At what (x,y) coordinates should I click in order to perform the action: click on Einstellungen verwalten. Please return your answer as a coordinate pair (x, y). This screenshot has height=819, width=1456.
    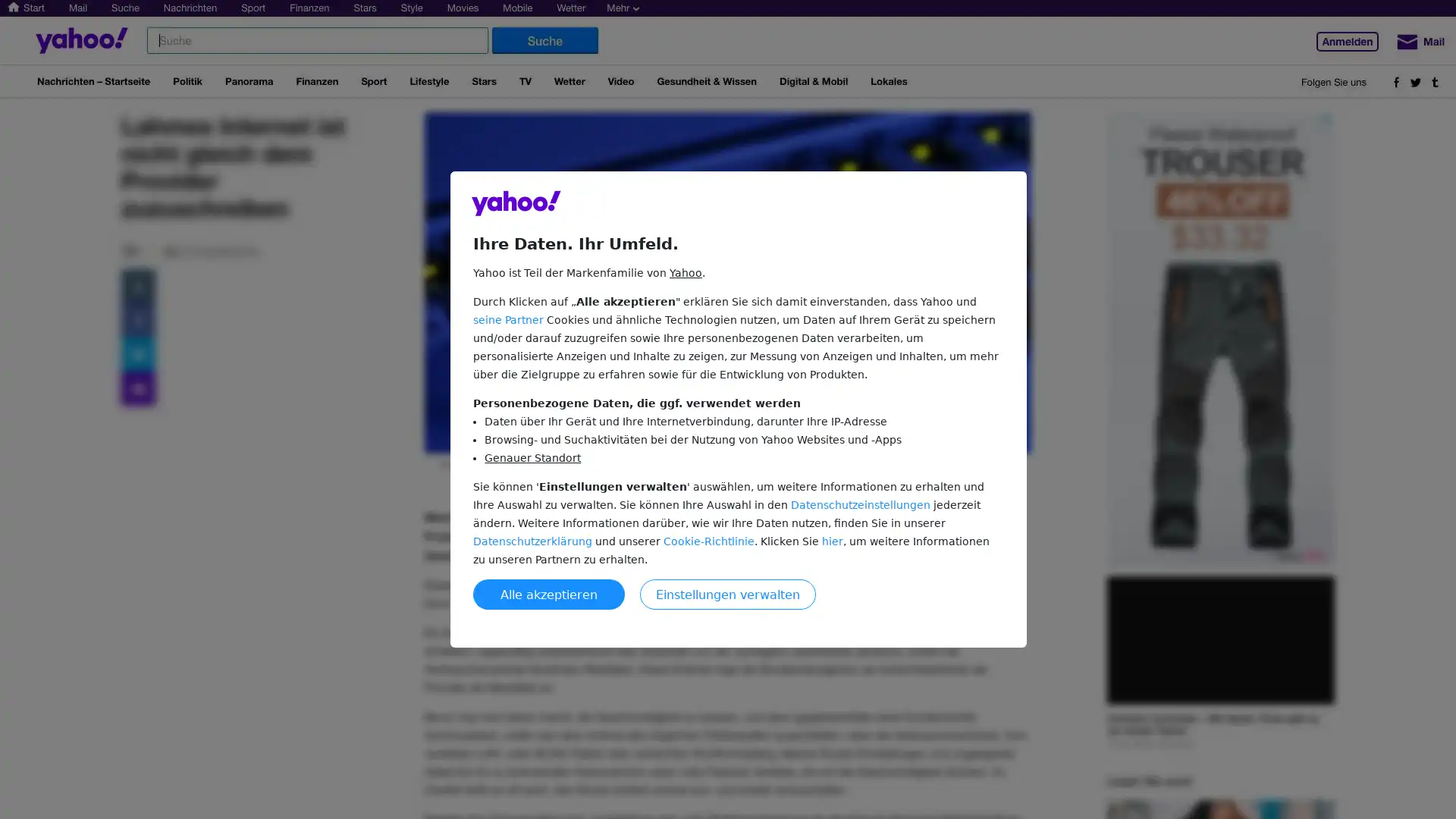
    Looking at the image, I should click on (728, 593).